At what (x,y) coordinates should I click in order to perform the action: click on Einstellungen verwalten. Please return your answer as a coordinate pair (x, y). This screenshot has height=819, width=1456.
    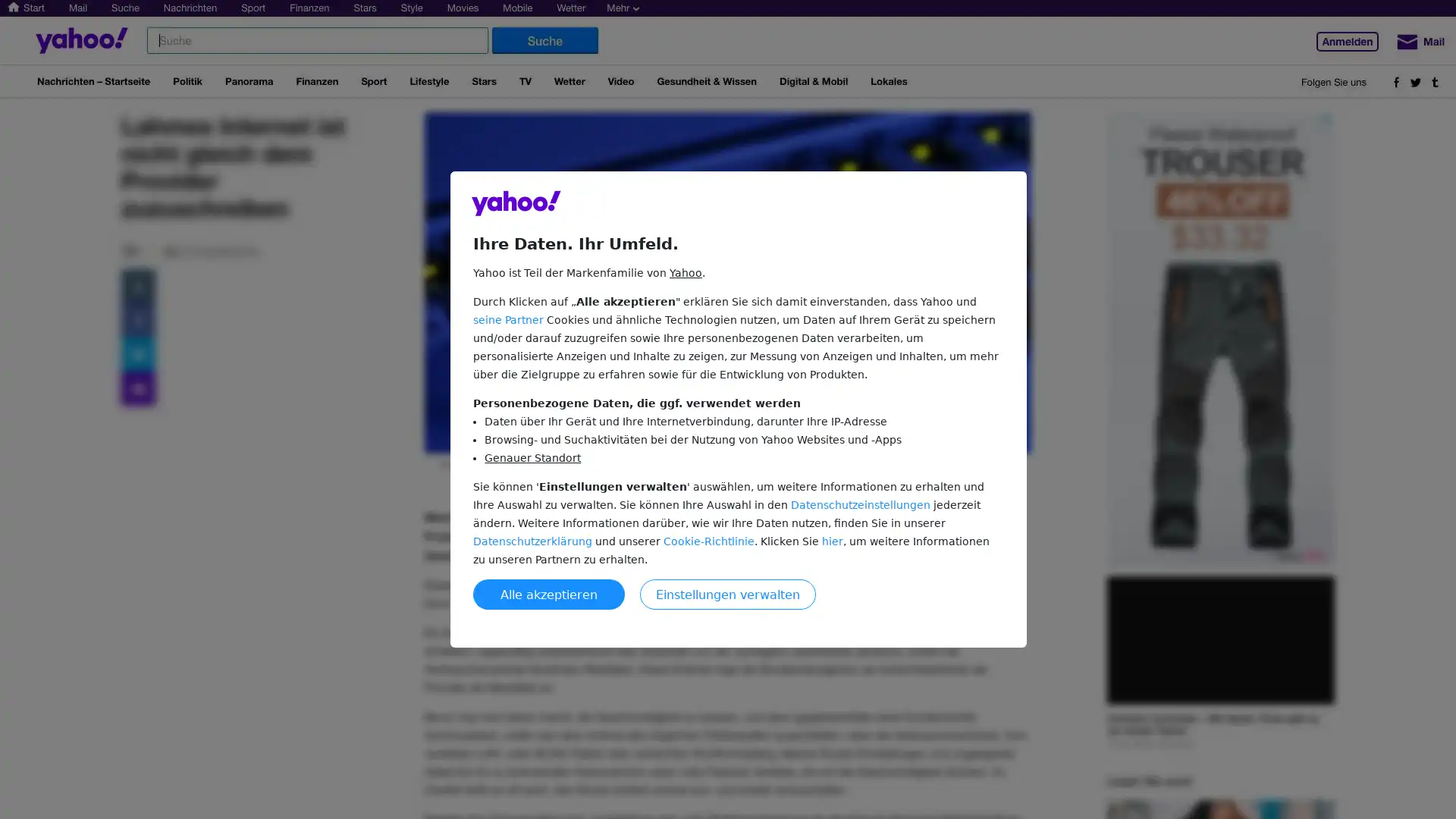
    Looking at the image, I should click on (728, 593).